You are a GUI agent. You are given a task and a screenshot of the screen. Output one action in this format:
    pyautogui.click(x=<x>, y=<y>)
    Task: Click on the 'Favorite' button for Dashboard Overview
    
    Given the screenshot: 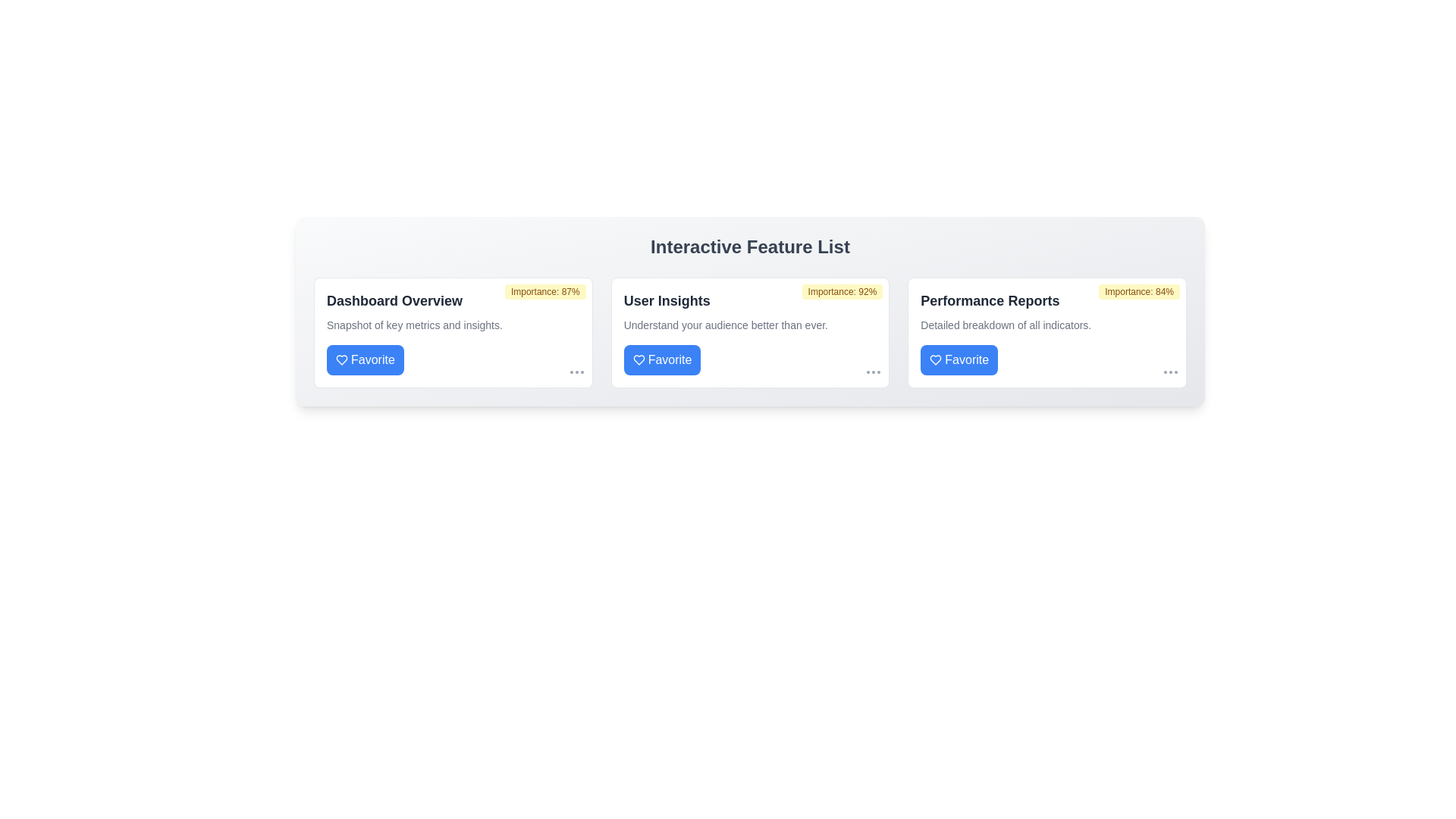 What is the action you would take?
    pyautogui.click(x=365, y=359)
    